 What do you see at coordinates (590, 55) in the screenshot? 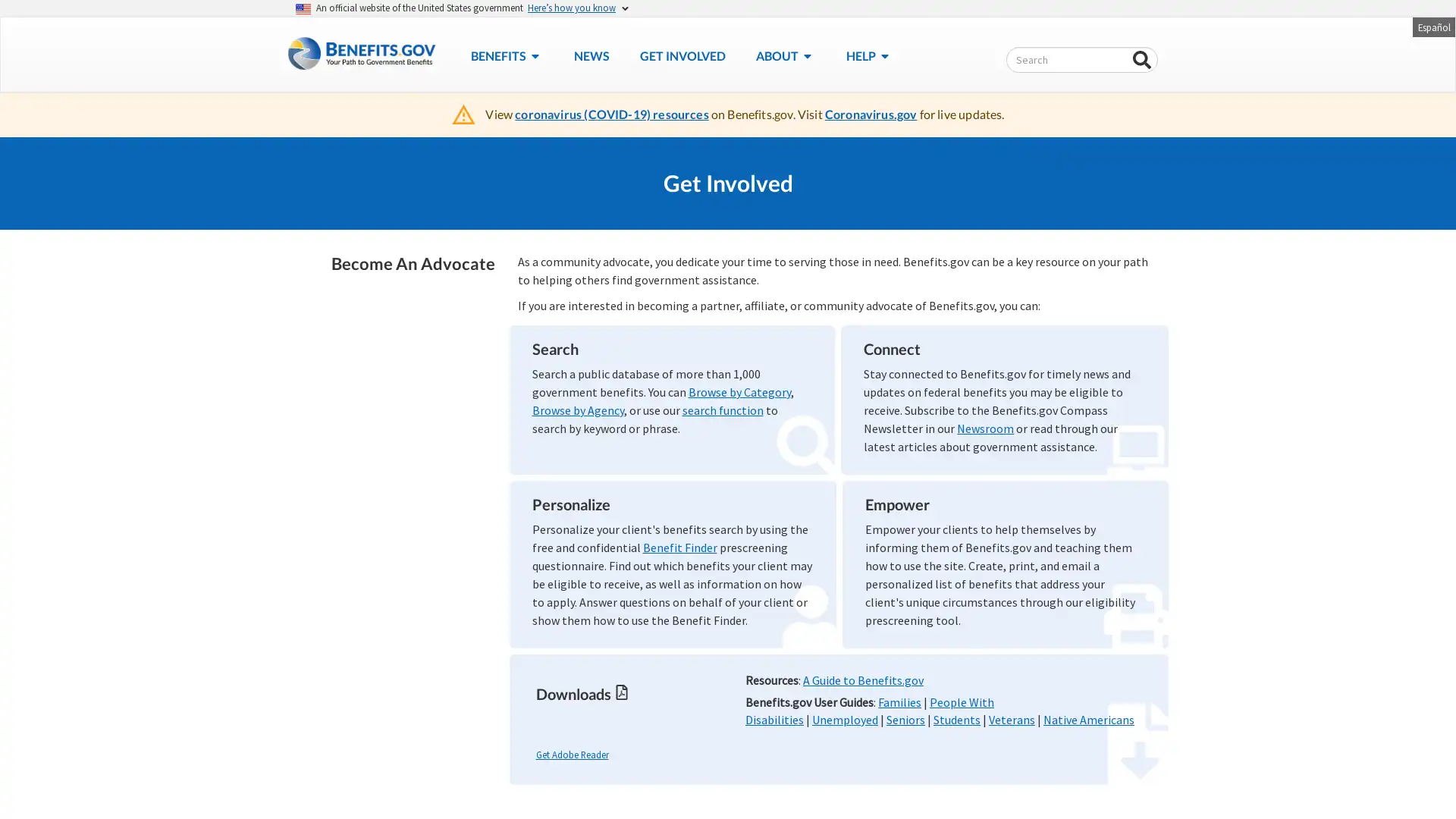
I see `NEWS` at bounding box center [590, 55].